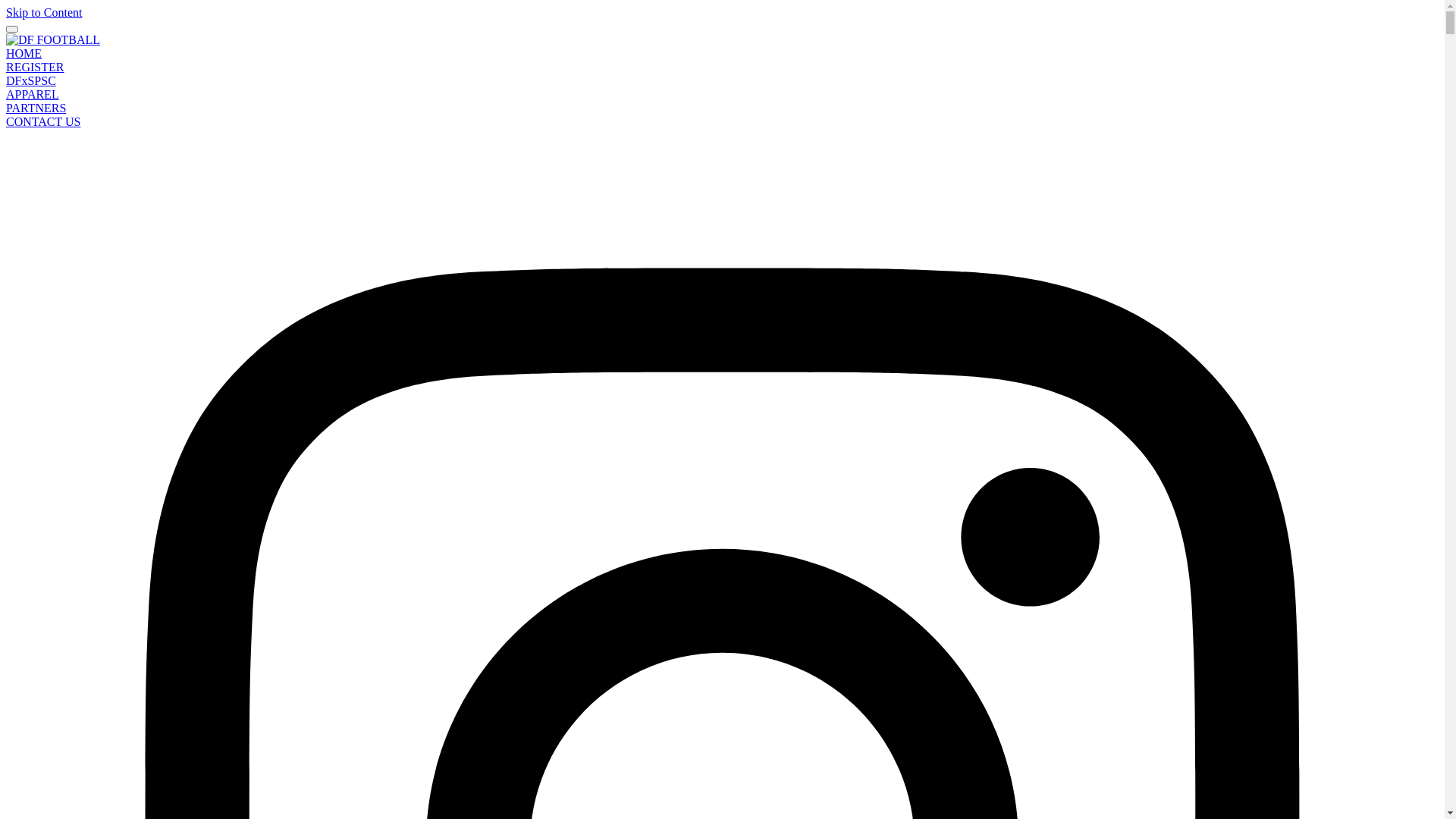 This screenshot has height=819, width=1456. Describe the element at coordinates (43, 12) in the screenshot. I see `'Skip to Content'` at that location.